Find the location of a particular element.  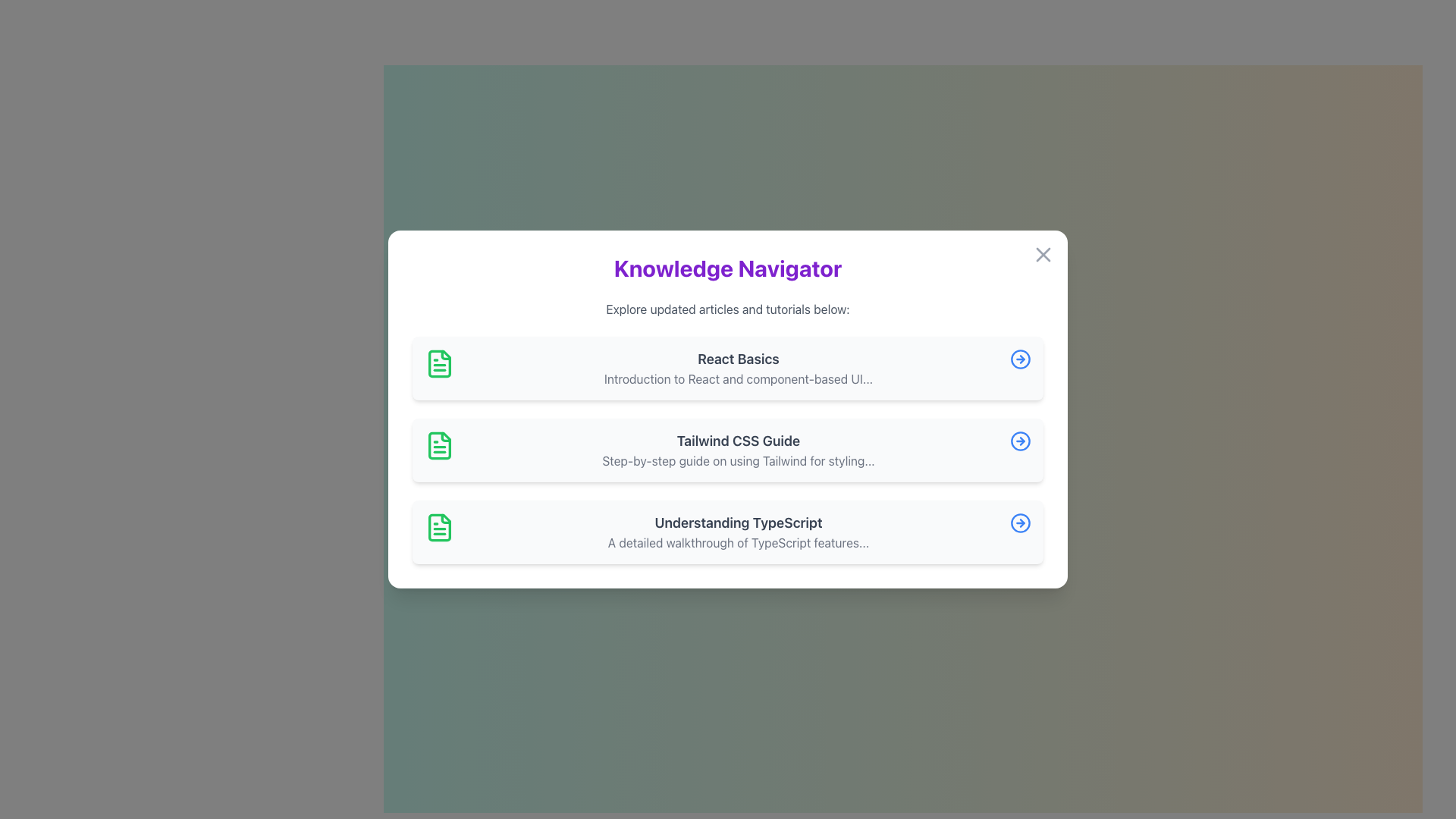

the descriptive subtitle text label located under the title 'Understanding TypeScript' in the list of educational materials is located at coordinates (739, 542).